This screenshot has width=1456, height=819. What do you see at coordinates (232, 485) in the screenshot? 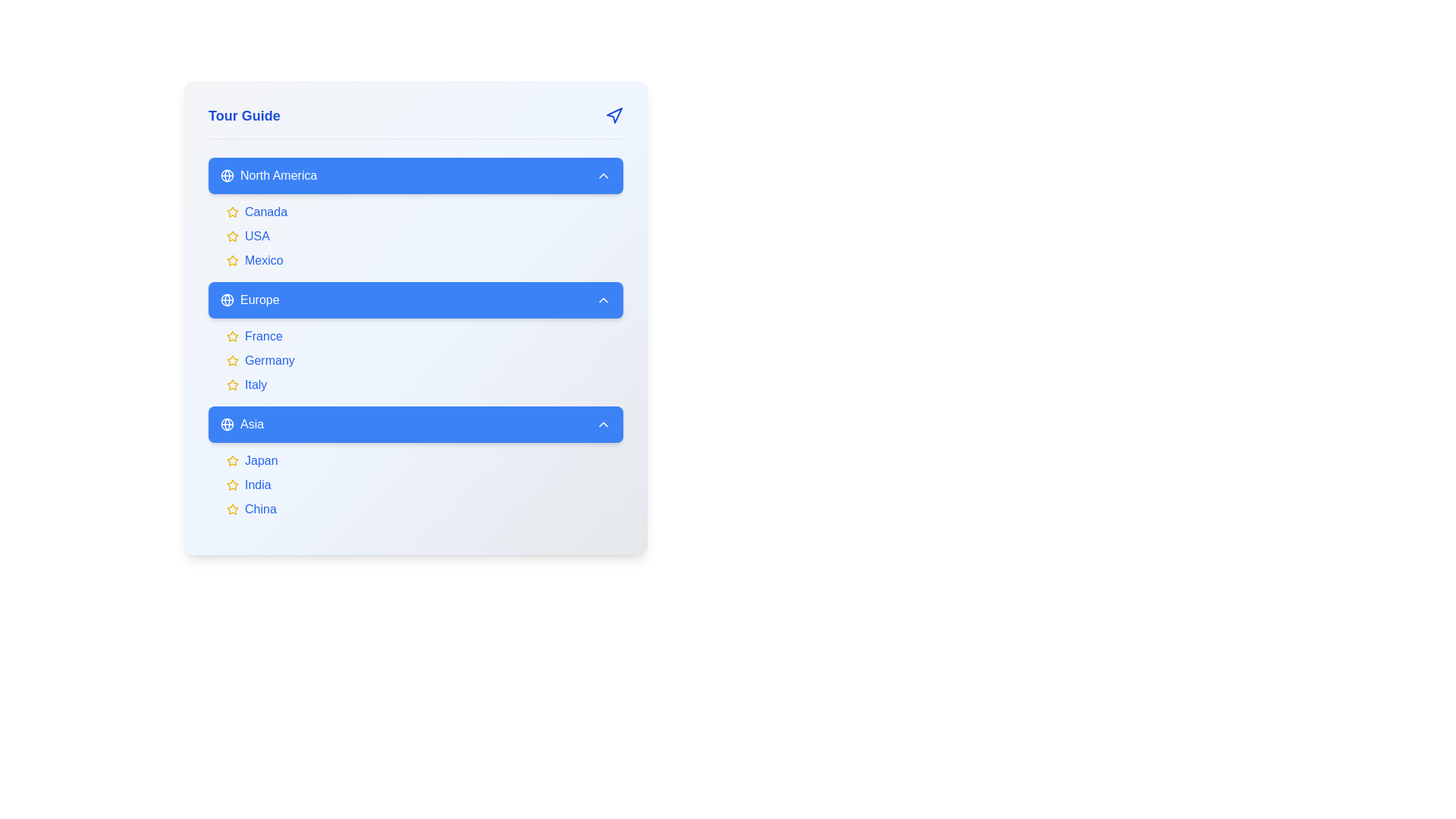
I see `the second icon in the 'Asia' category, which serves as a marker associated with the 'India' label` at bounding box center [232, 485].